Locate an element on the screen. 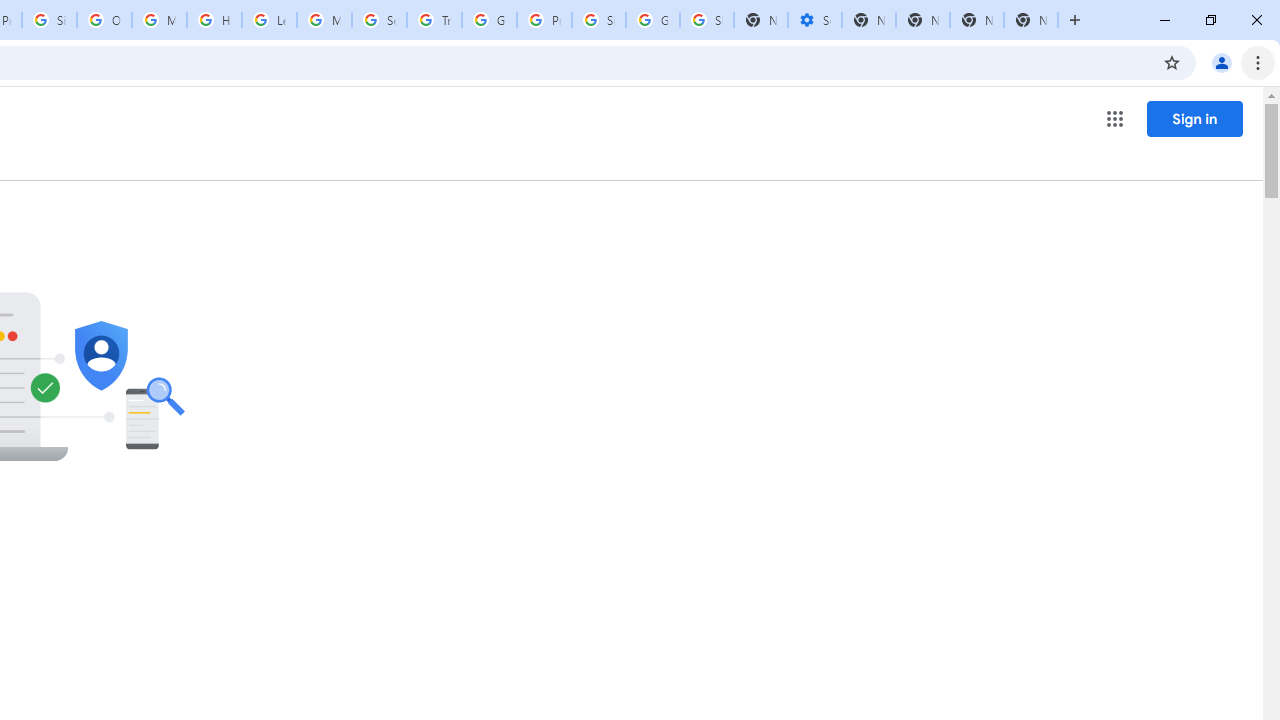 The height and width of the screenshot is (720, 1280). 'Settings - Performance' is located at coordinates (815, 20).